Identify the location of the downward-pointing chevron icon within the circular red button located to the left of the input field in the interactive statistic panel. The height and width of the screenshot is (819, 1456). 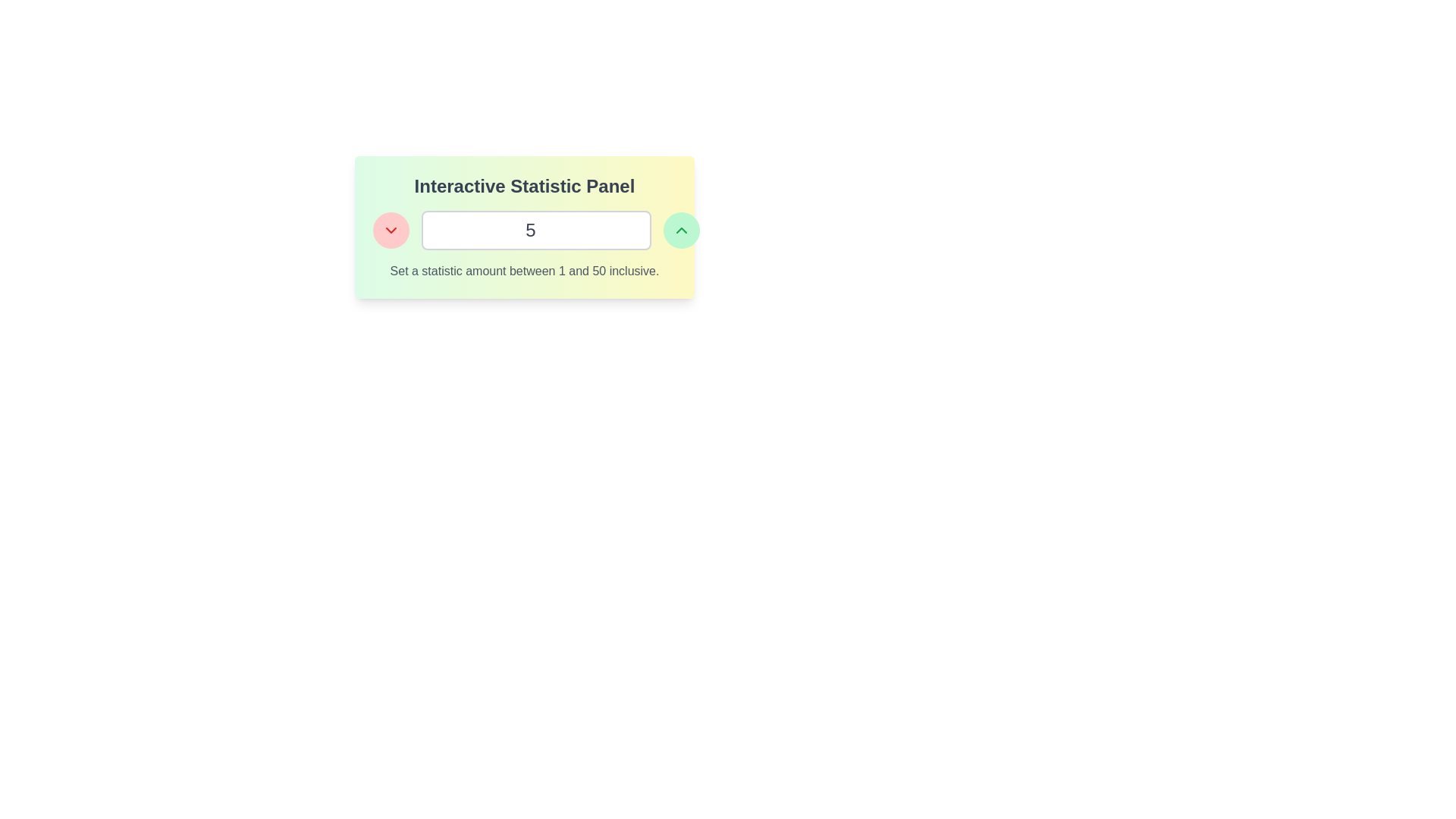
(391, 231).